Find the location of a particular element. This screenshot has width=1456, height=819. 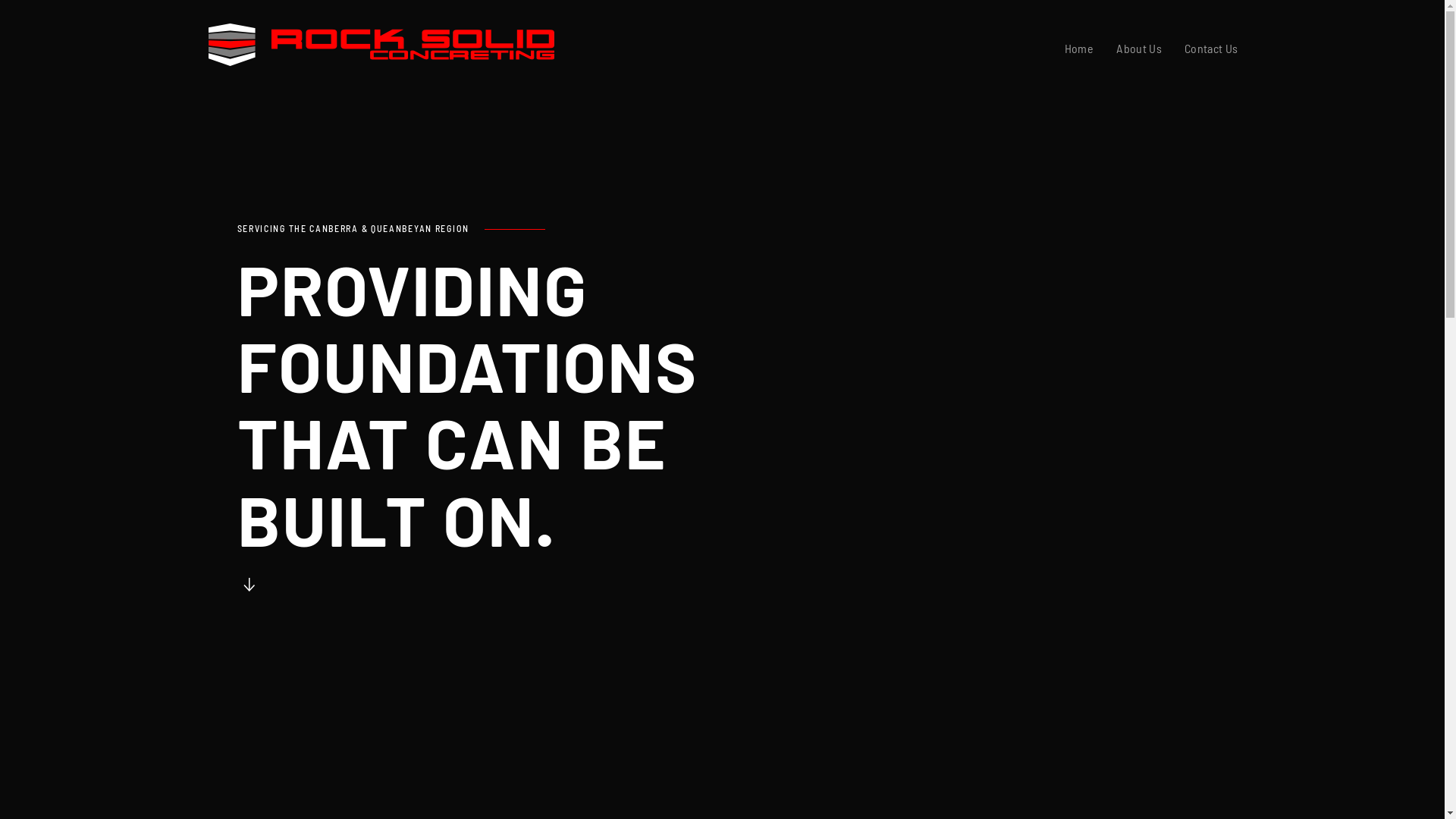

'Home' is located at coordinates (1063, 48).